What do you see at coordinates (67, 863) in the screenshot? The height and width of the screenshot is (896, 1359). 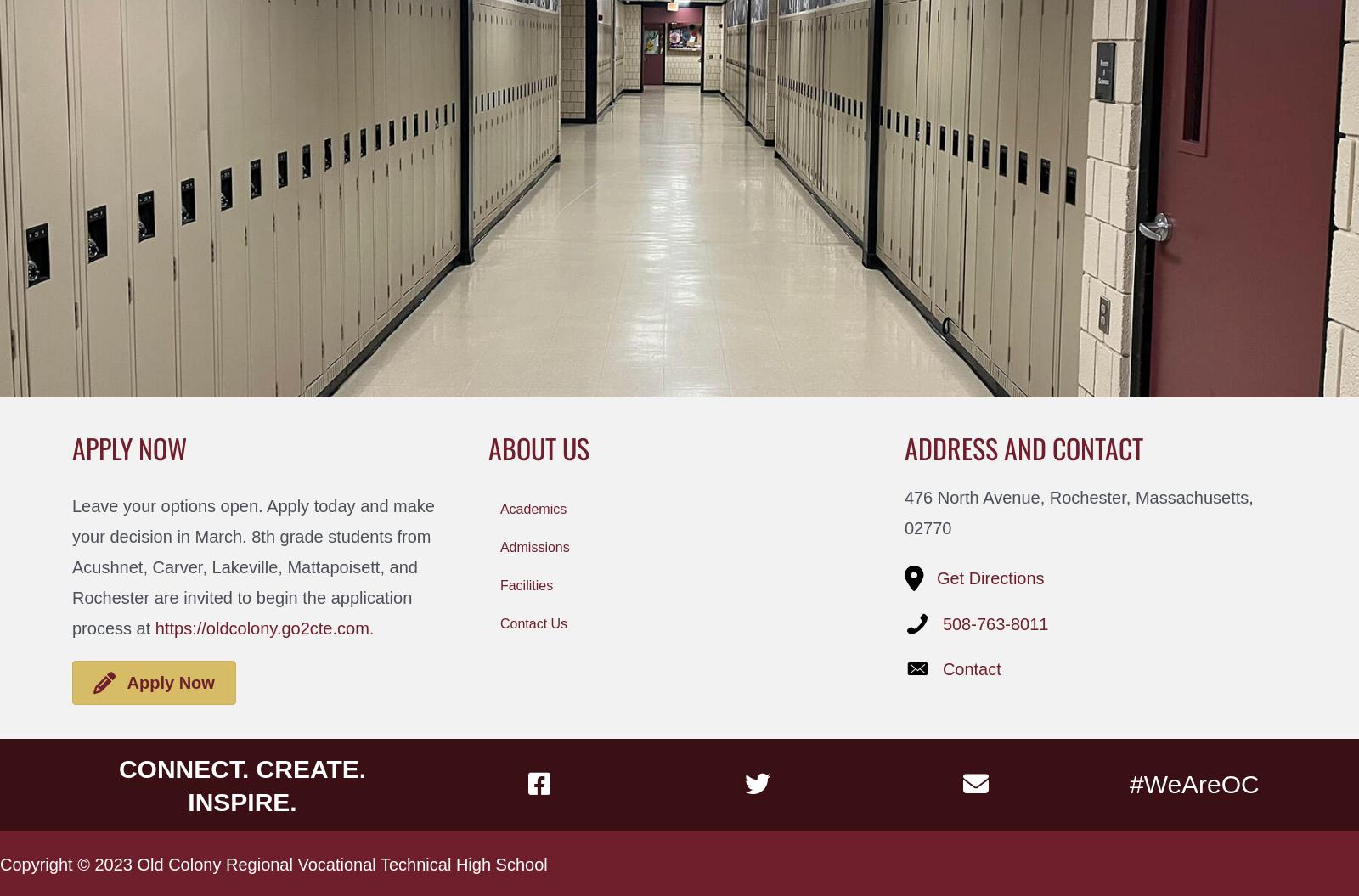 I see `'Copyright © 2023'` at bounding box center [67, 863].